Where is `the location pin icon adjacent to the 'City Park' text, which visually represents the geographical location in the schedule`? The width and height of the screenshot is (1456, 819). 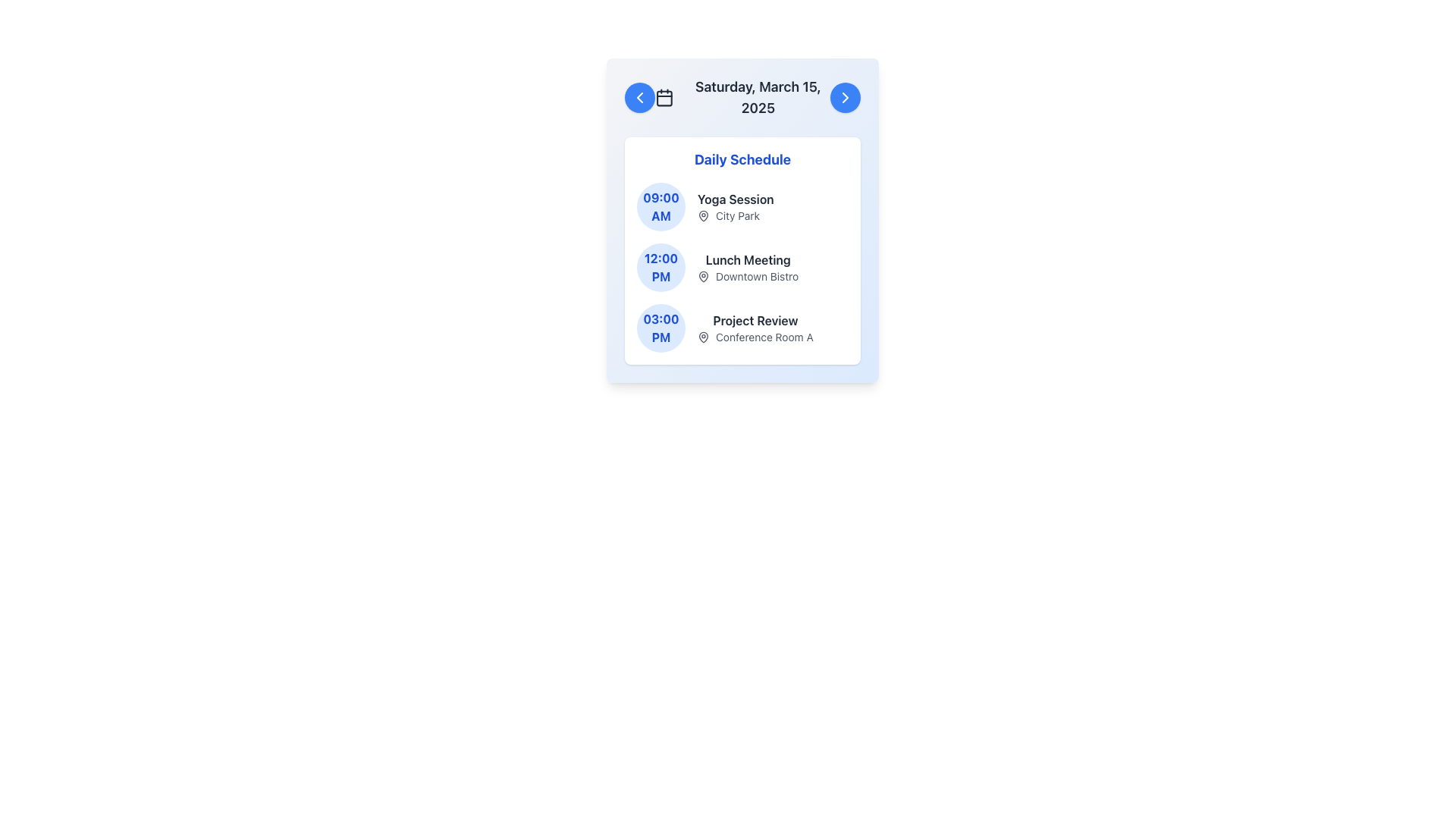 the location pin icon adjacent to the 'City Park' text, which visually represents the geographical location in the schedule is located at coordinates (702, 215).